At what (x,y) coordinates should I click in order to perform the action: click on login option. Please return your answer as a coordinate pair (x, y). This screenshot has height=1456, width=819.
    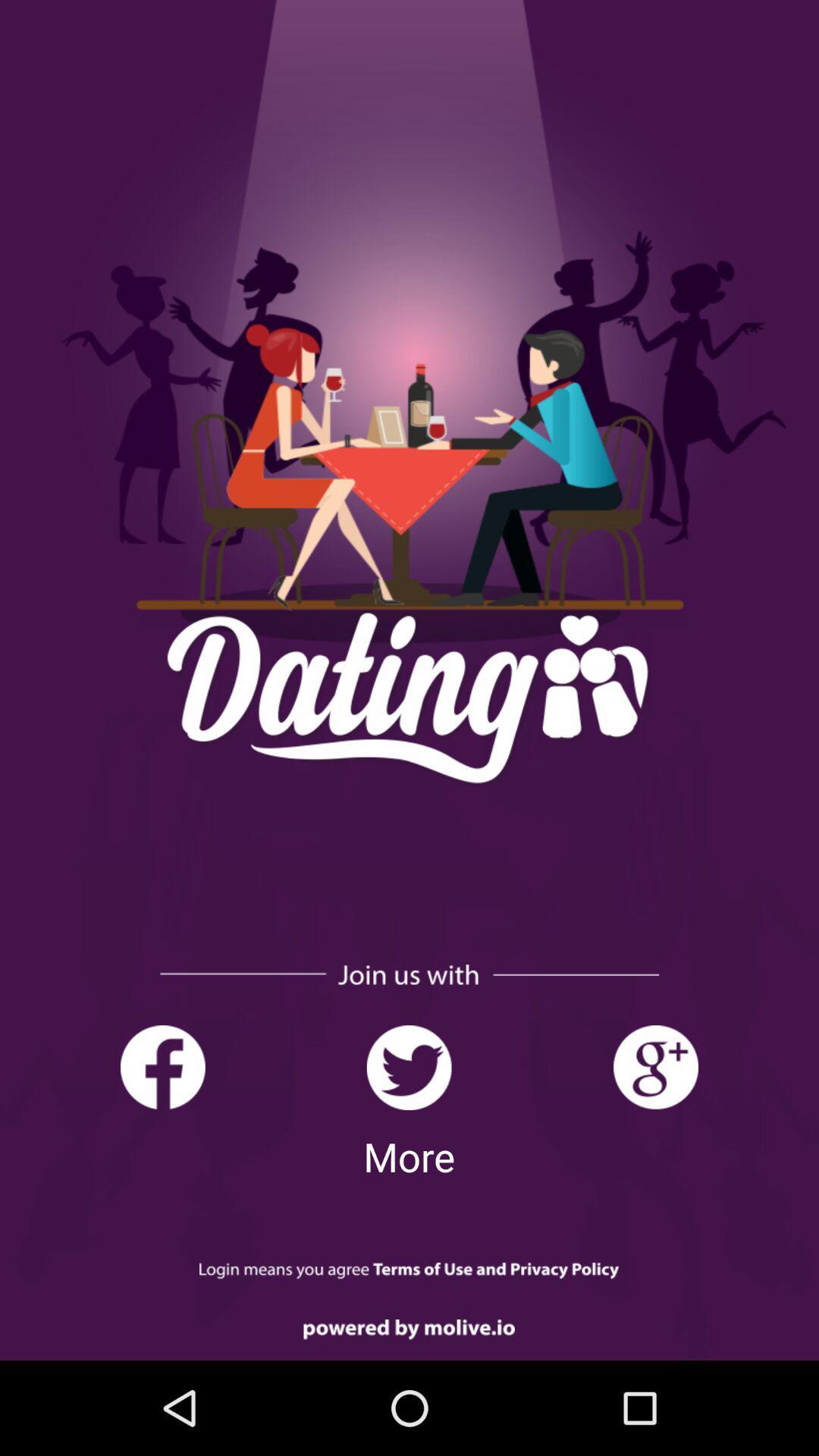
    Looking at the image, I should click on (408, 1271).